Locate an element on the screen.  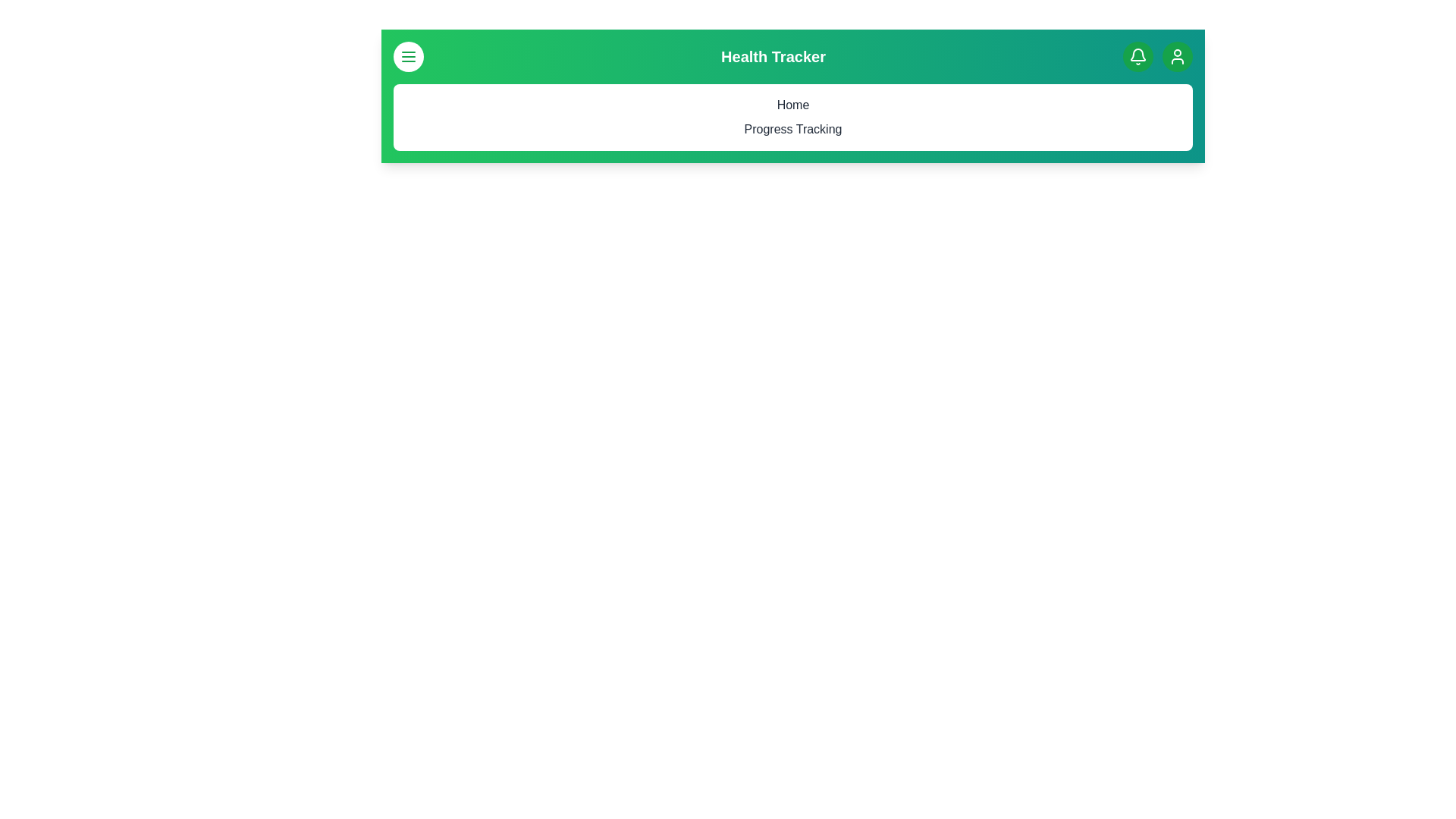
the menu item Progress Tracking to navigate to its respective section is located at coordinates (792, 128).